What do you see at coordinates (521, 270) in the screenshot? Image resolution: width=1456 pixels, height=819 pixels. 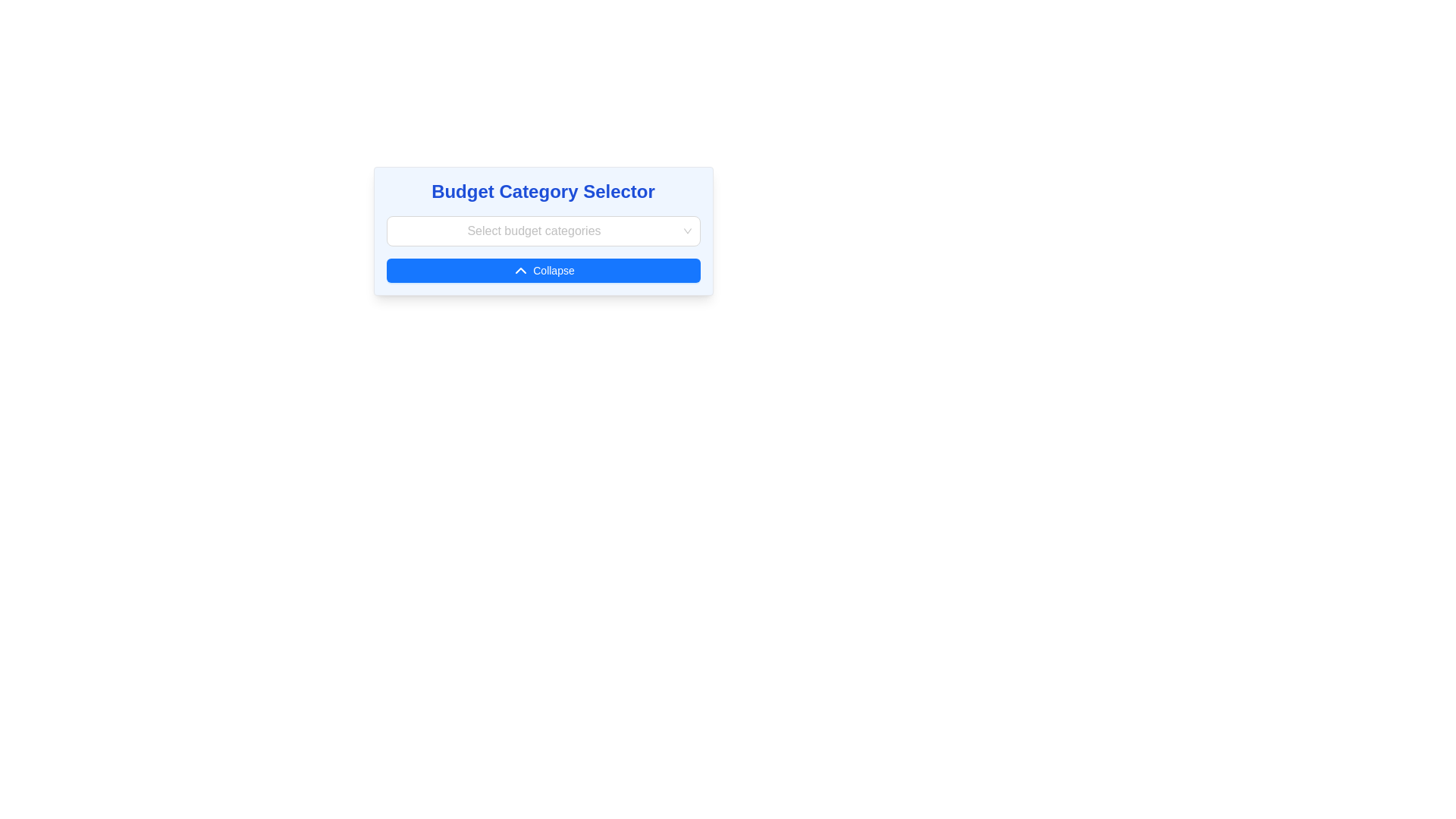 I see `the chevron-up icon located within the 'Collapse' button, which has a blue background and white text` at bounding box center [521, 270].